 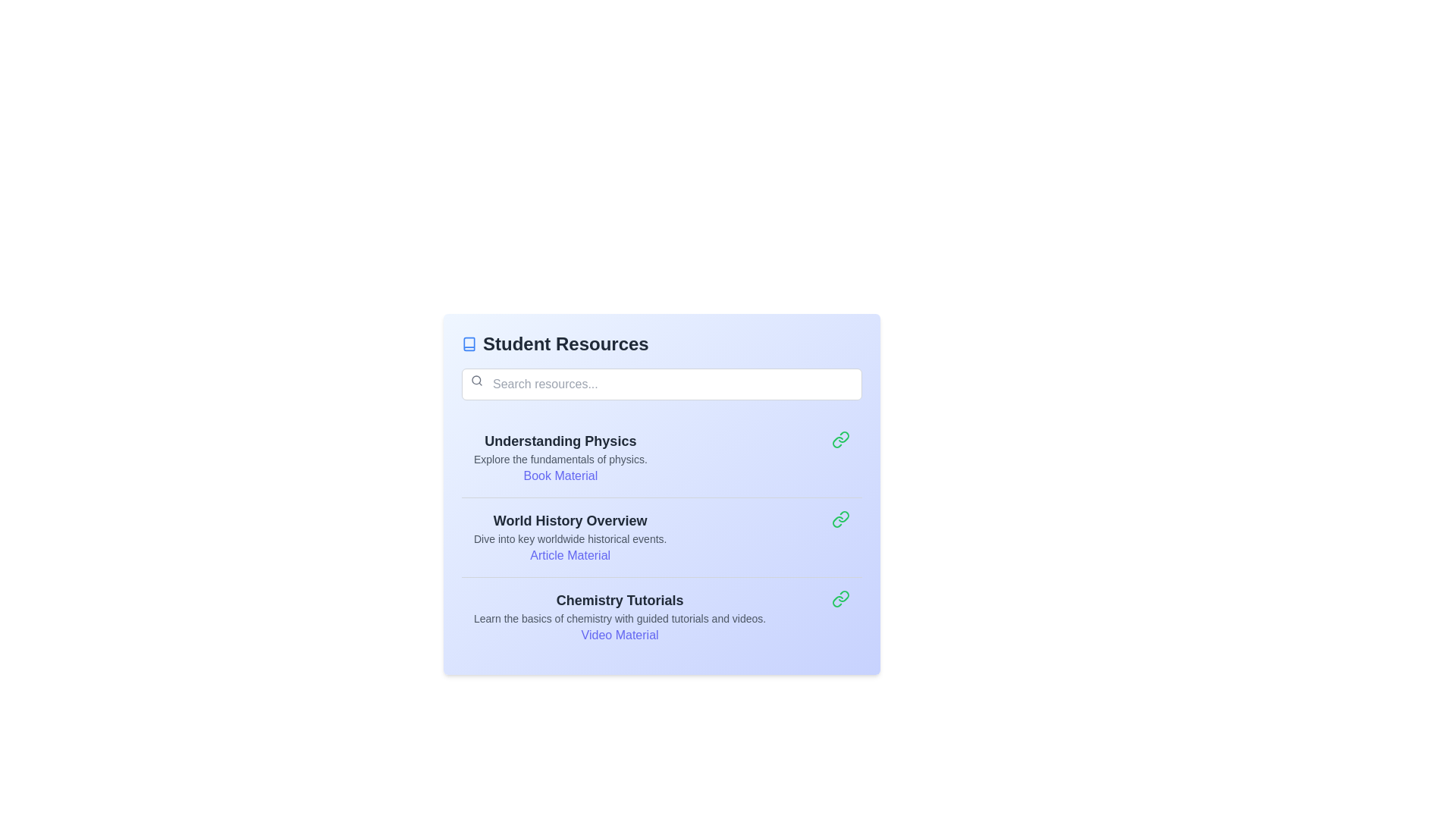 I want to click on link icon beside the resource titled 'Understanding Physics', so click(x=839, y=439).